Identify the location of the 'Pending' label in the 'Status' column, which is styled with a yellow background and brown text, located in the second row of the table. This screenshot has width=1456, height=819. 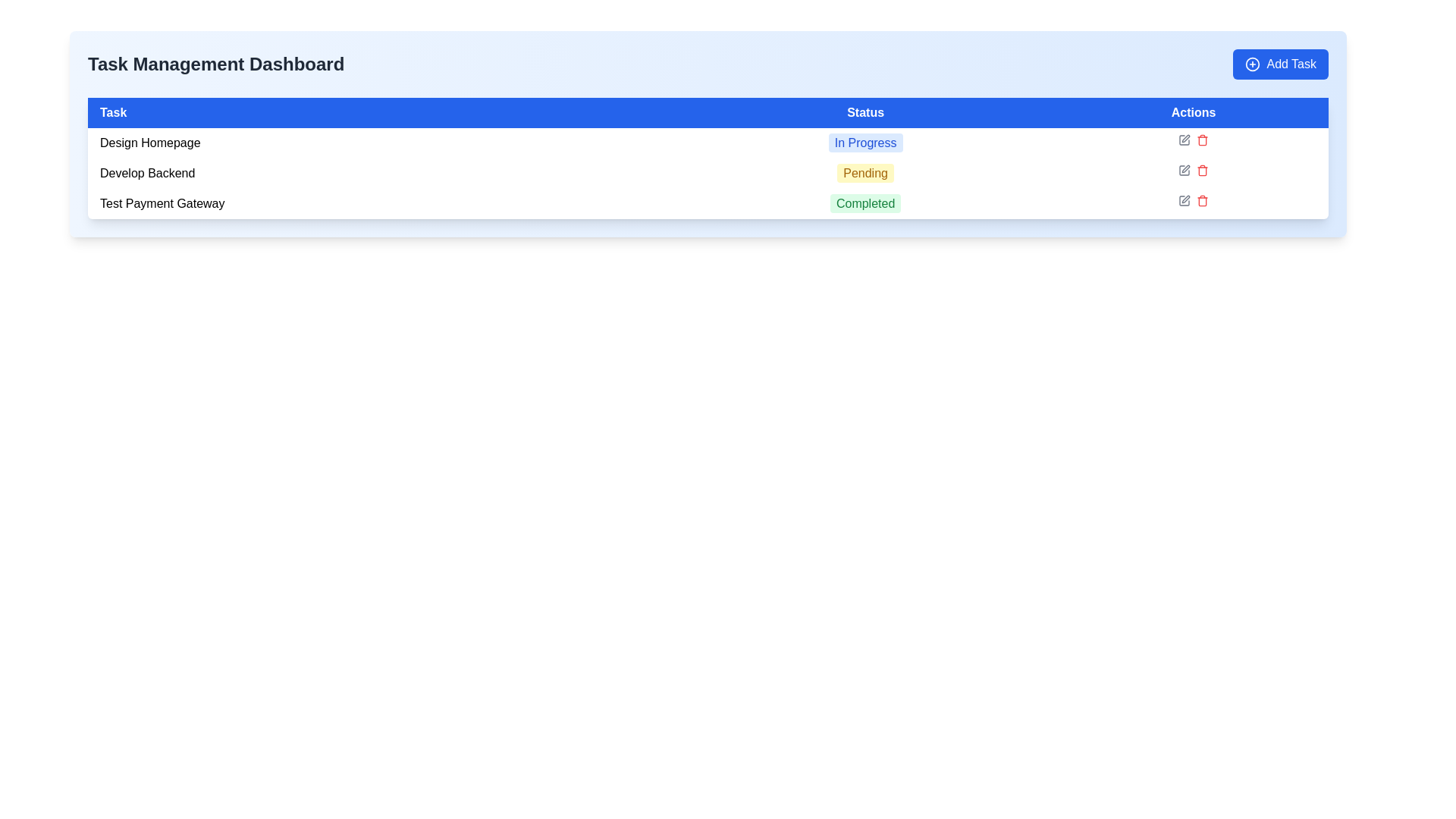
(865, 172).